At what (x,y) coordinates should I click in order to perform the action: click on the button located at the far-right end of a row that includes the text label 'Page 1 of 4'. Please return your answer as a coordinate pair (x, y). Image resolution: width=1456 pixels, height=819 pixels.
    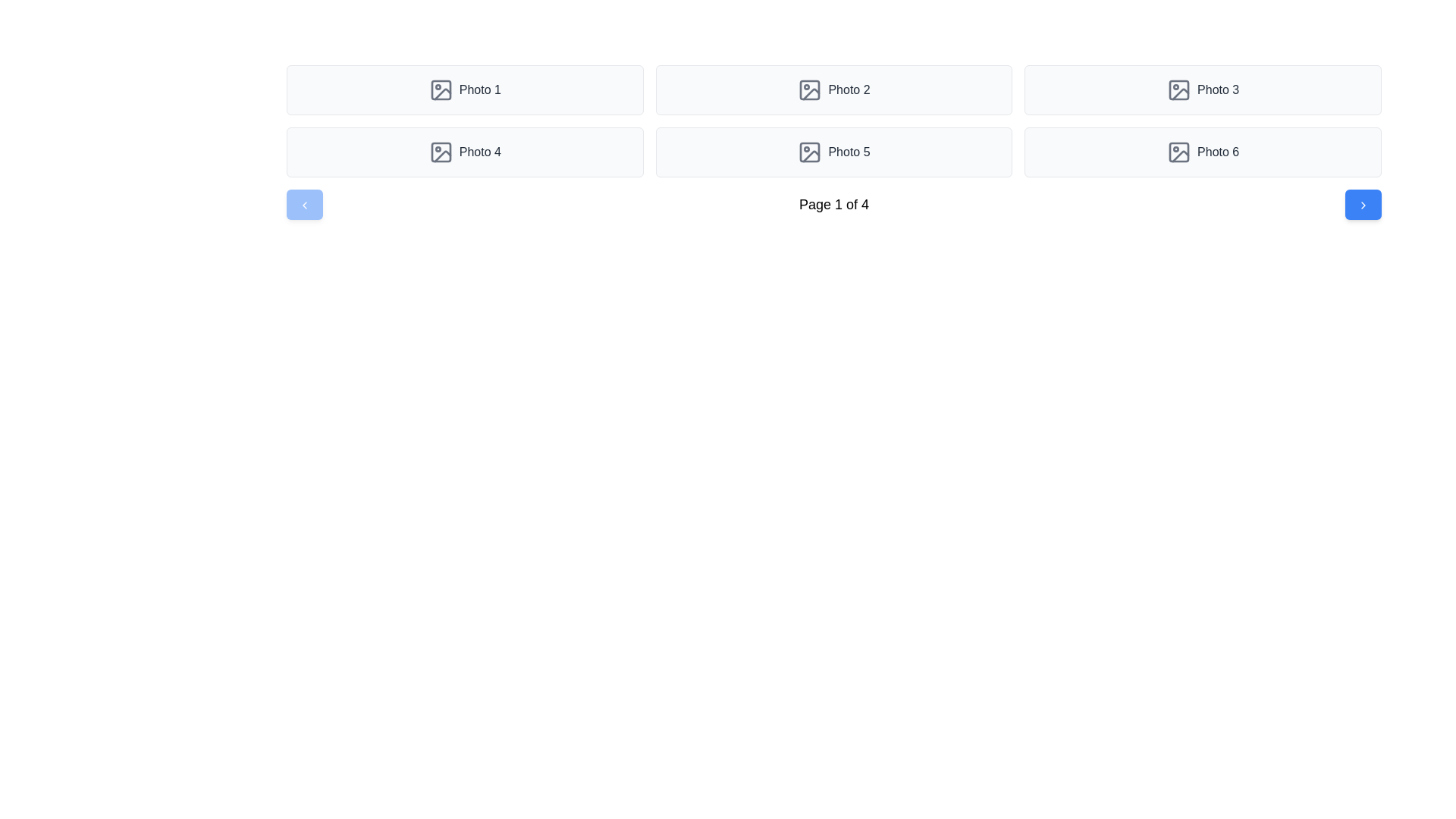
    Looking at the image, I should click on (1363, 205).